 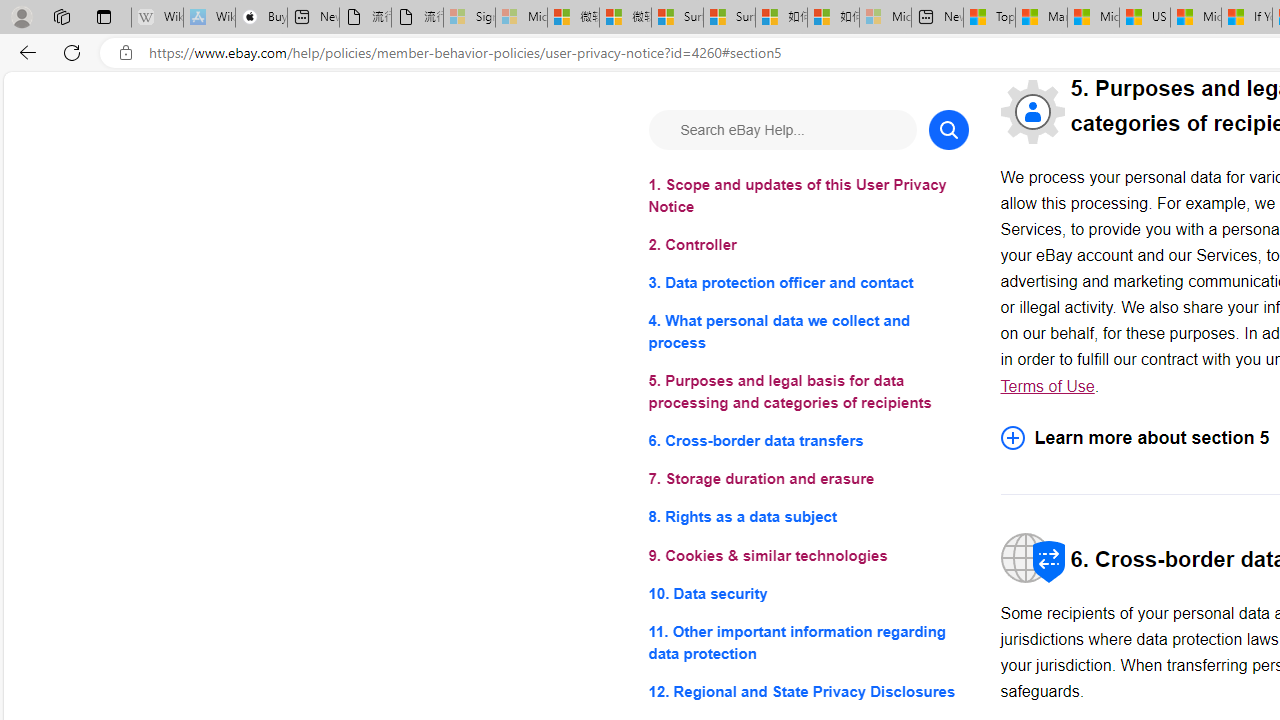 I want to click on '8. Rights as a data subject', so click(x=808, y=516).